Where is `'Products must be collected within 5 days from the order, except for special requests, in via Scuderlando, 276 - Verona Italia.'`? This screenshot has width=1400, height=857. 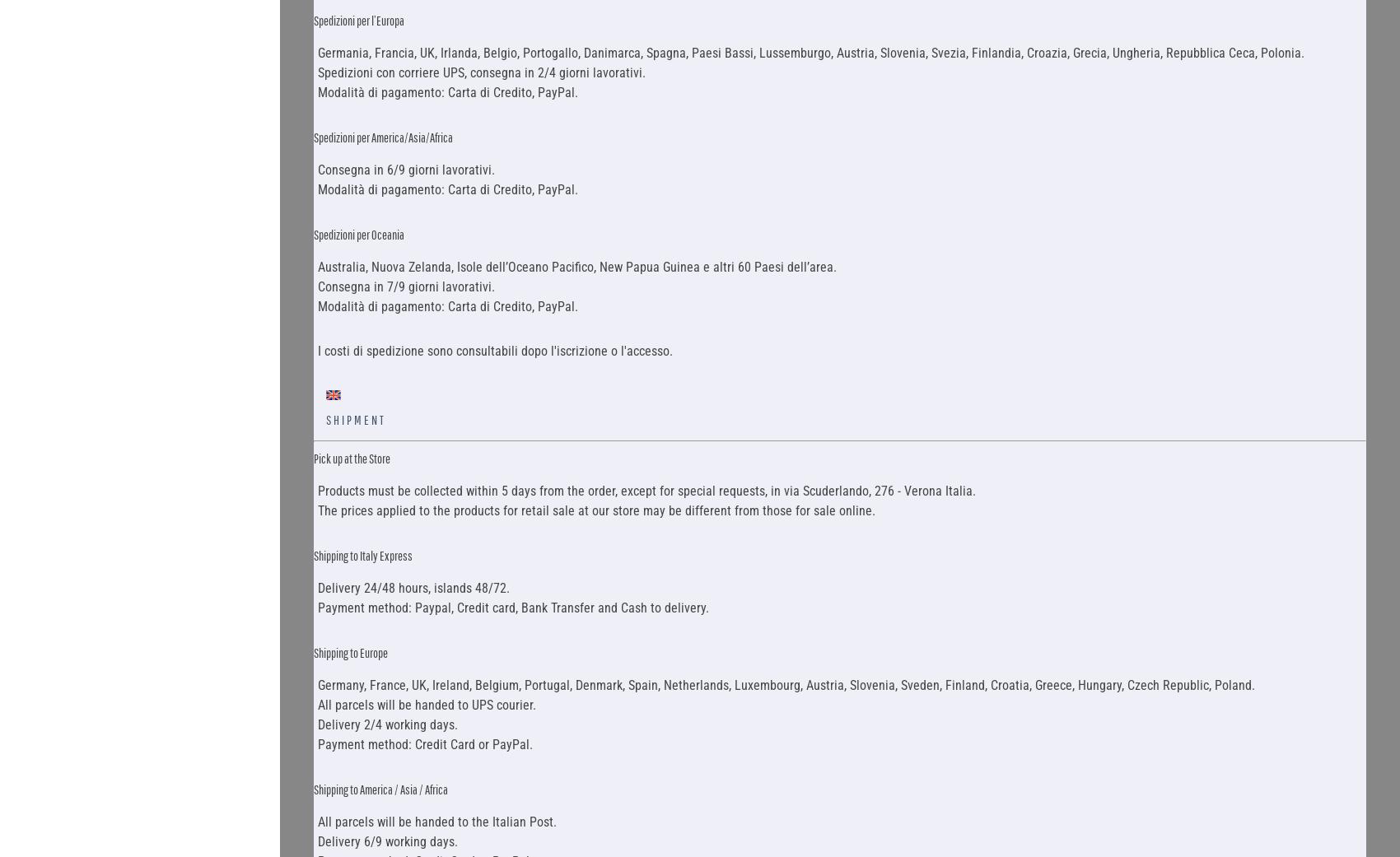
'Products must be collected within 5 days from the order, except for special requests, in via Scuderlando, 276 - Verona Italia.' is located at coordinates (316, 490).